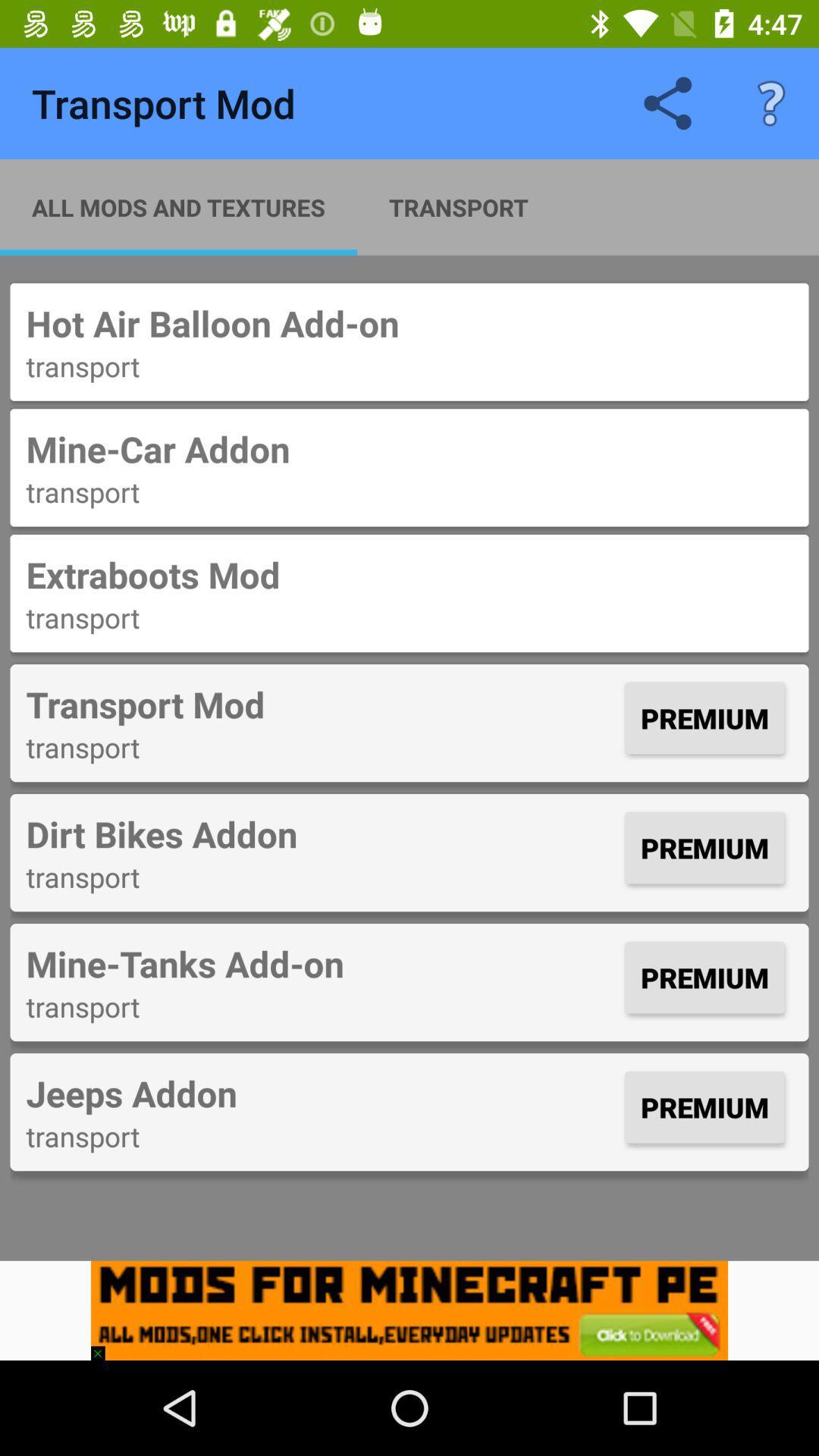 Image resolution: width=819 pixels, height=1456 pixels. I want to click on the icon below the transport item, so click(321, 833).